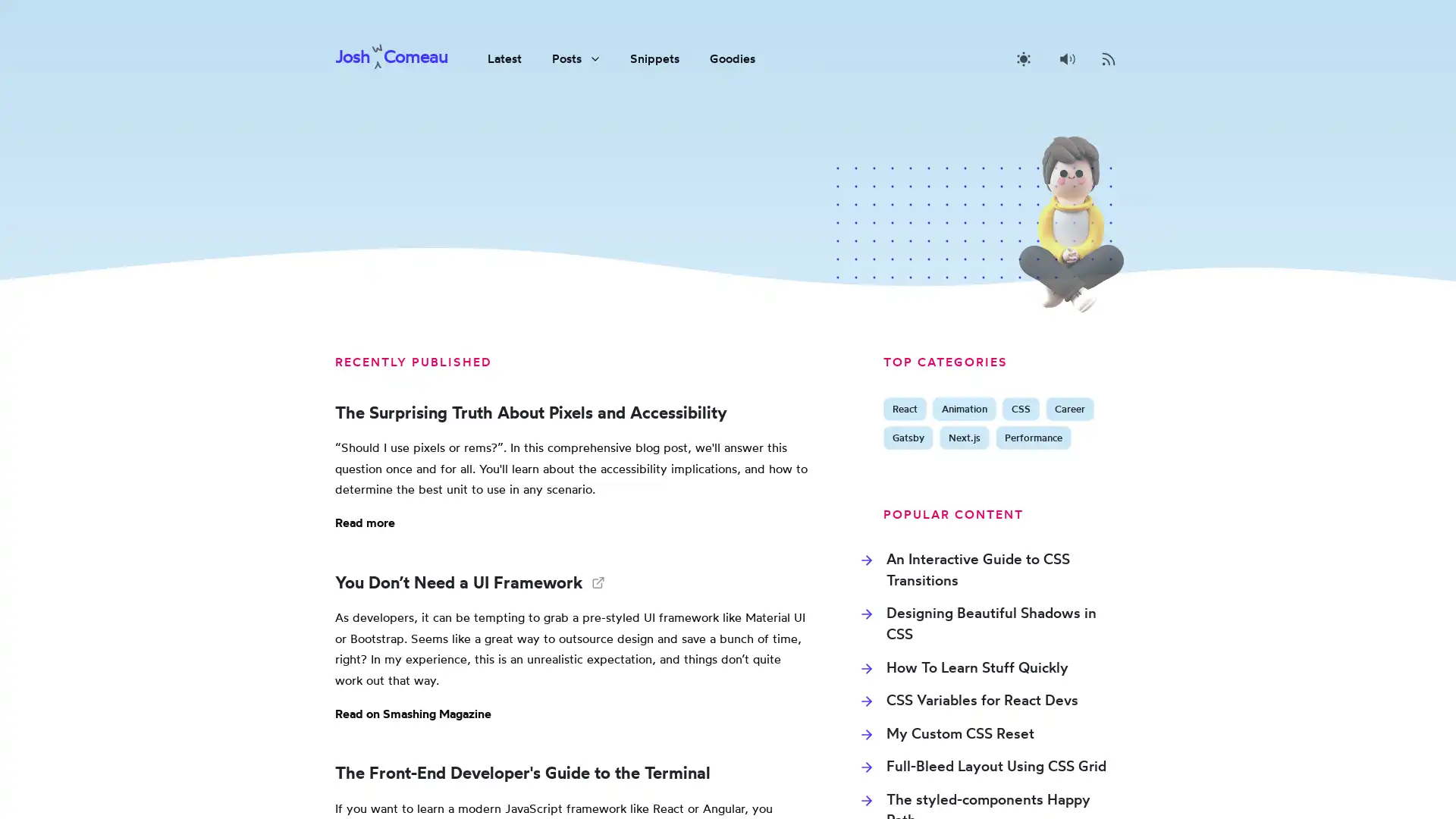 The image size is (1456, 819). What do you see at coordinates (1023, 58) in the screenshot?
I see `Activate dark mode` at bounding box center [1023, 58].